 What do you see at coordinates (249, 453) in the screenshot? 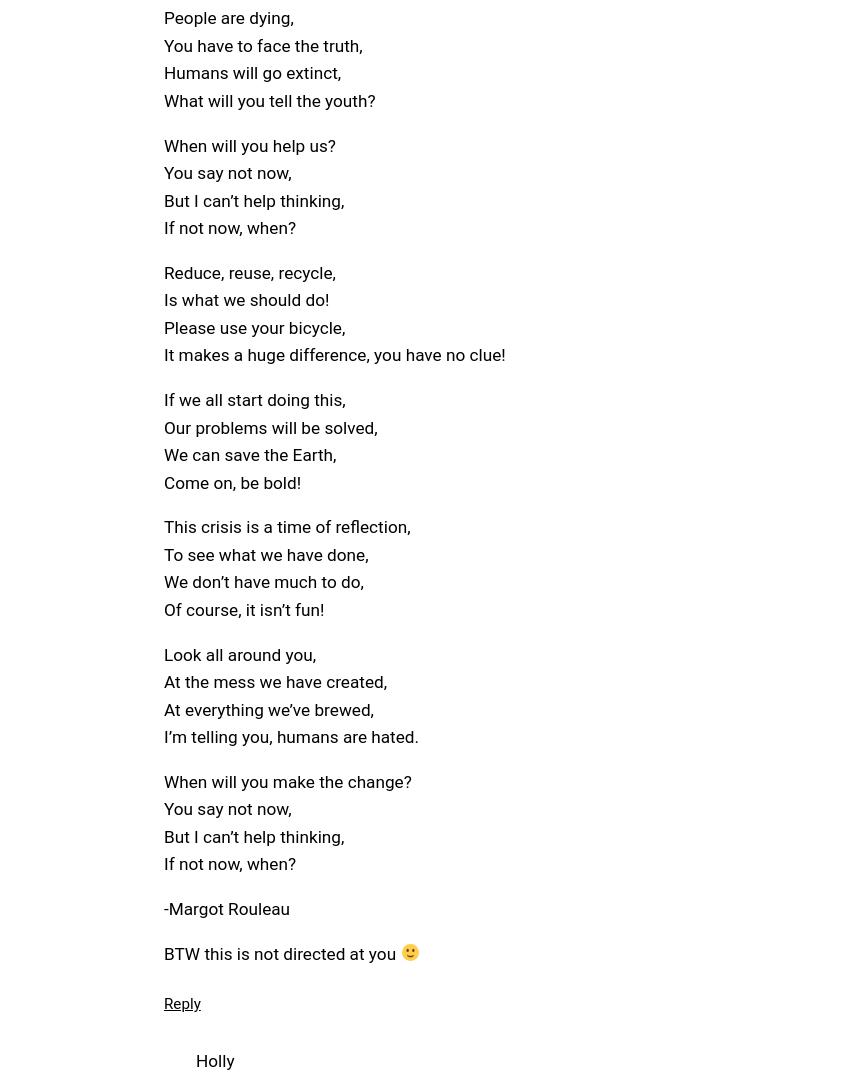
I see `'We can save the Earth,'` at bounding box center [249, 453].